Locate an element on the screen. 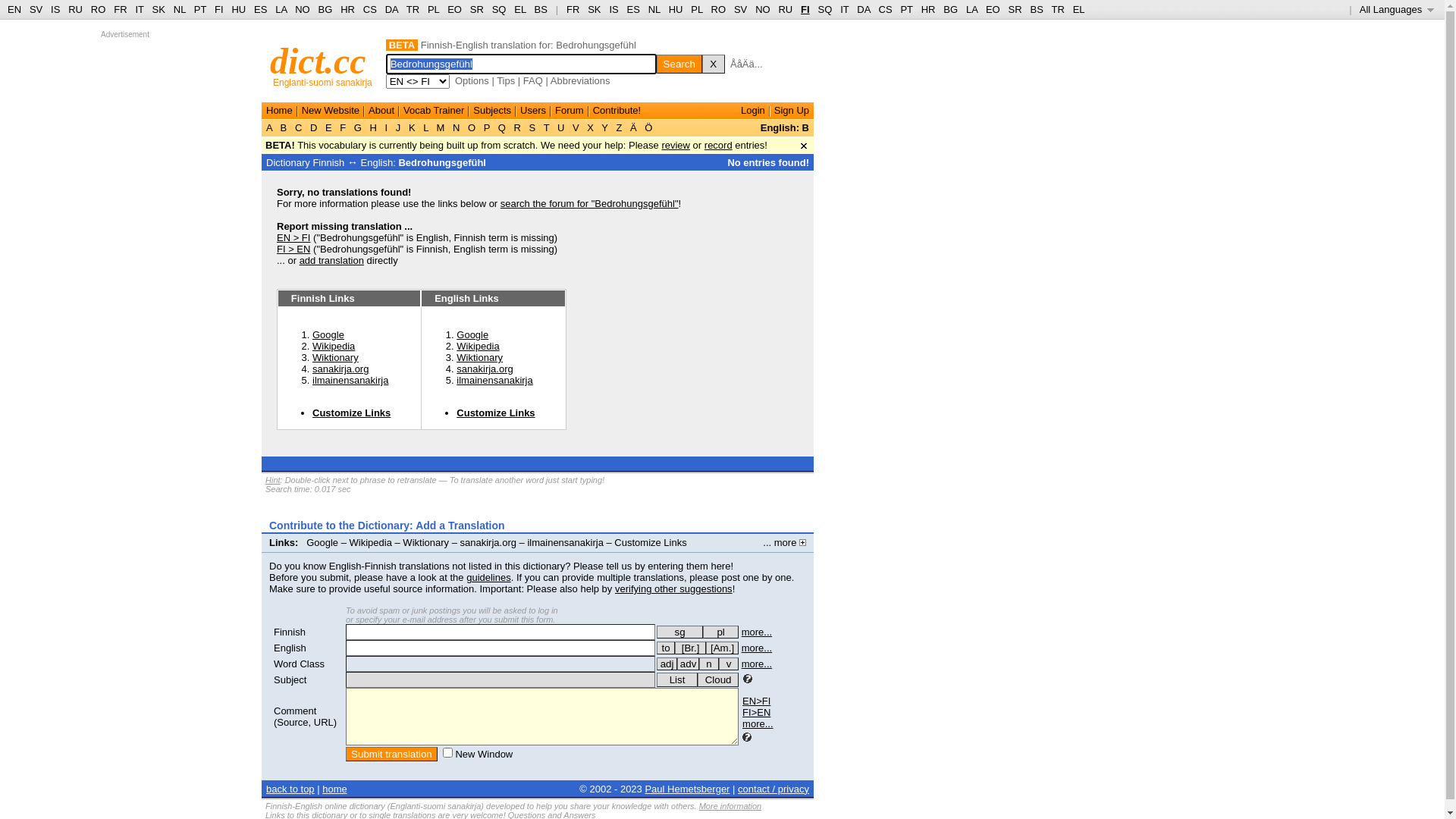 This screenshot has height=819, width=1456. 'DA' is located at coordinates (391, 9).